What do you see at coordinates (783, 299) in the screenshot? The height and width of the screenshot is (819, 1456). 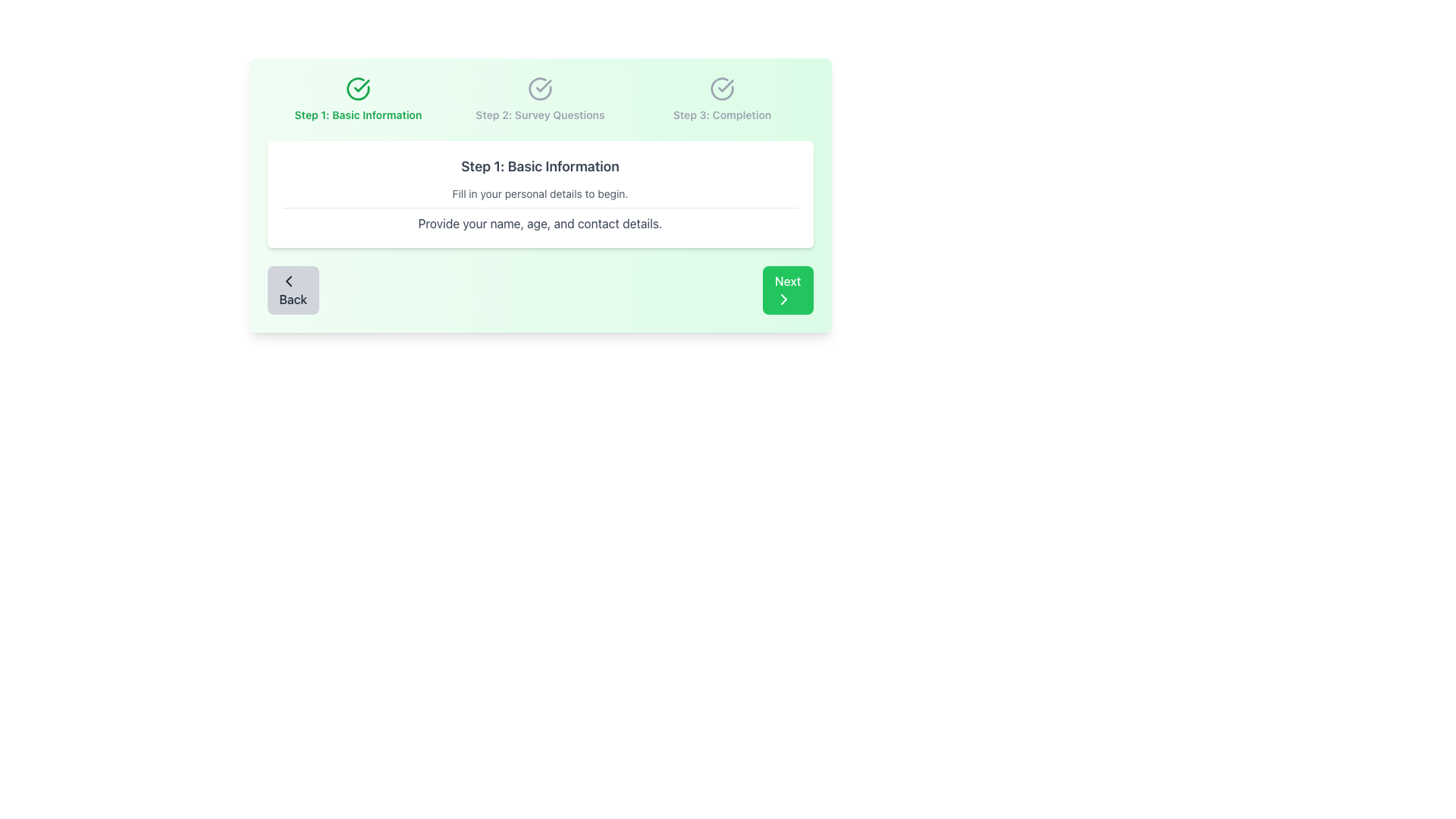 I see `the chevron-right icon within the 'Next' button located at the bottom-right corner of the green circle with a checkmark to proceed` at bounding box center [783, 299].